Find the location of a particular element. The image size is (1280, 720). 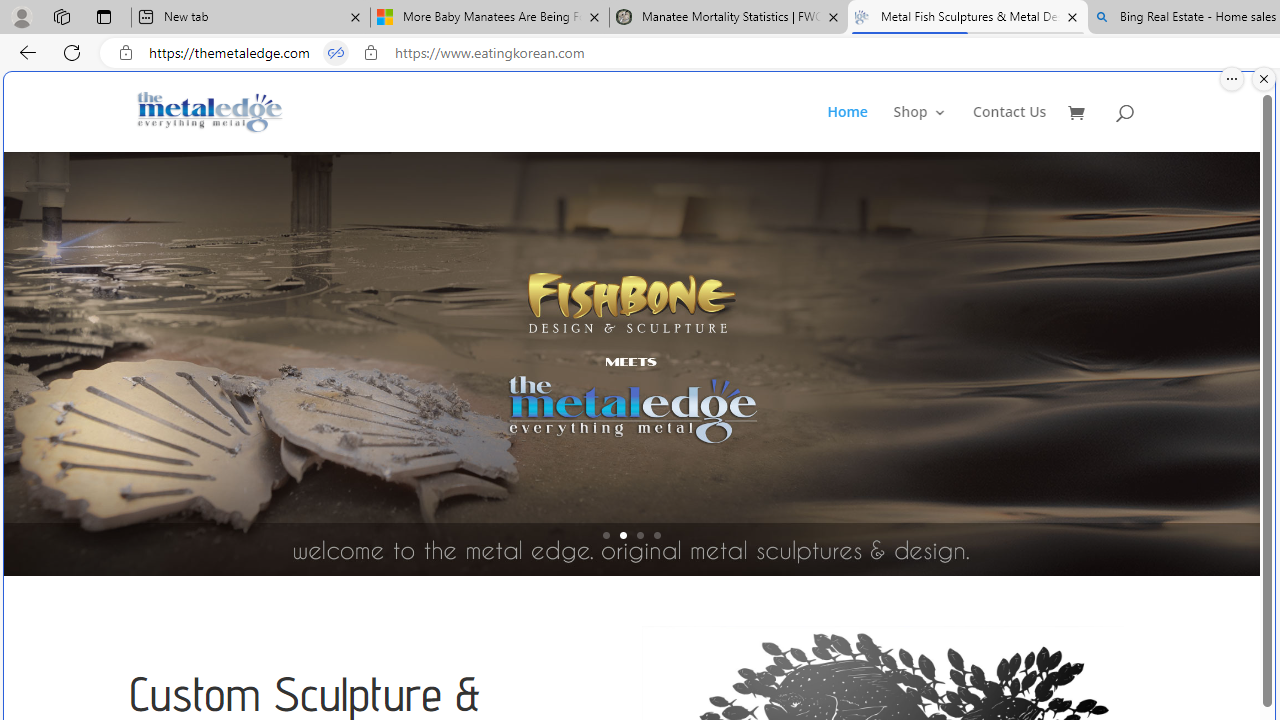

'Close split screen.' is located at coordinates (1263, 78).